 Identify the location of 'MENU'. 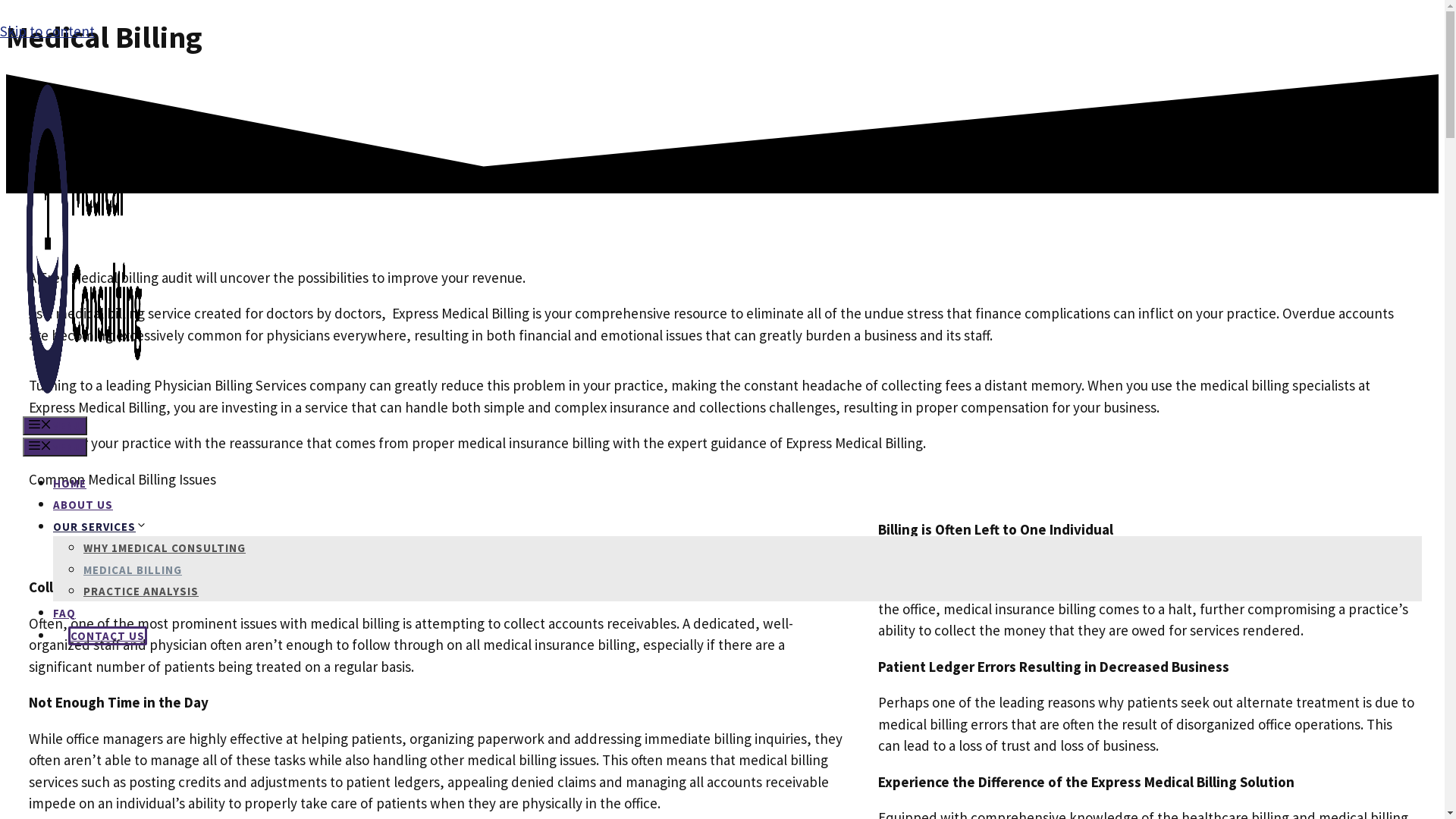
(22, 425).